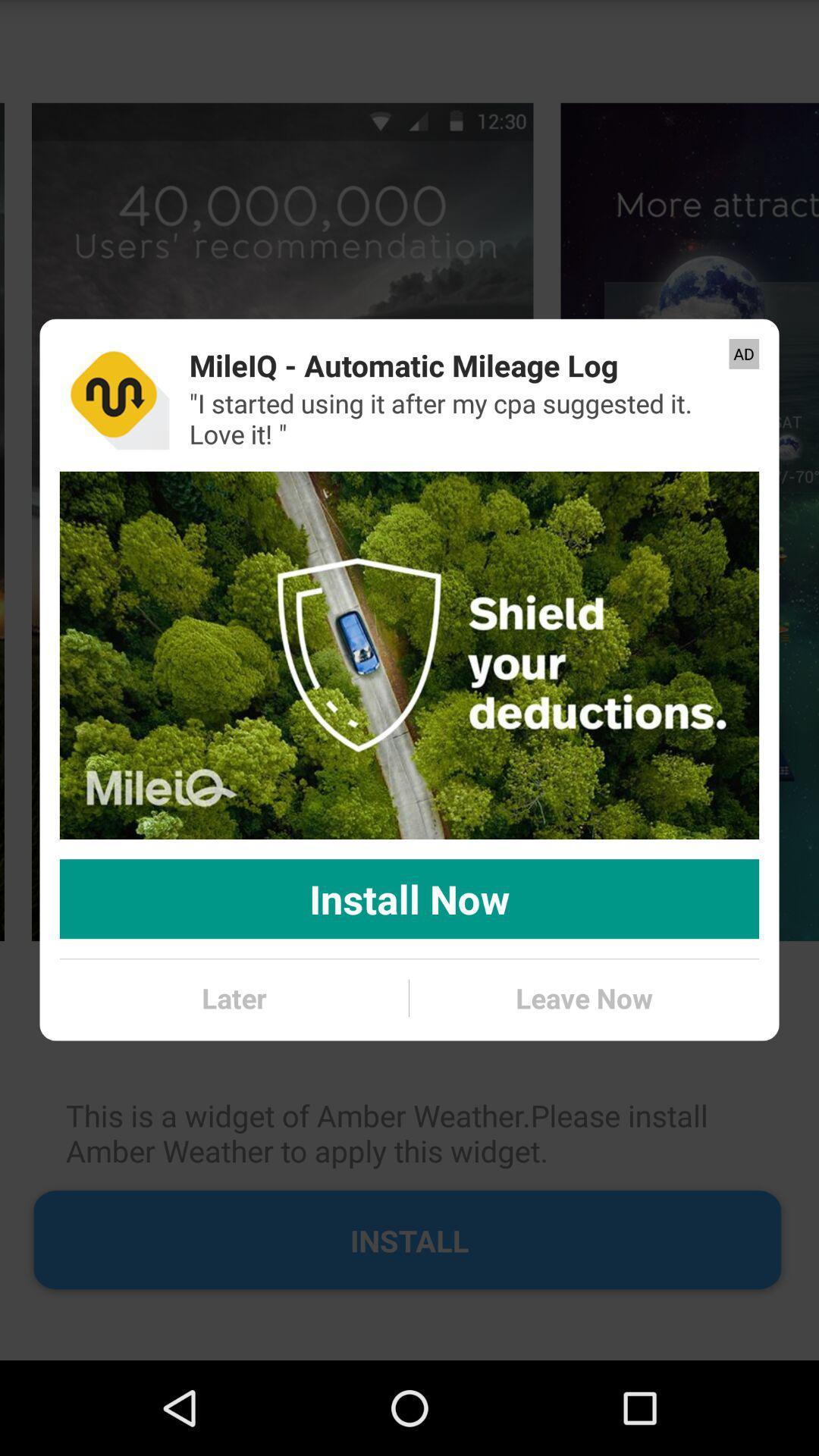 The width and height of the screenshot is (819, 1456). I want to click on icon above i started using, so click(403, 365).